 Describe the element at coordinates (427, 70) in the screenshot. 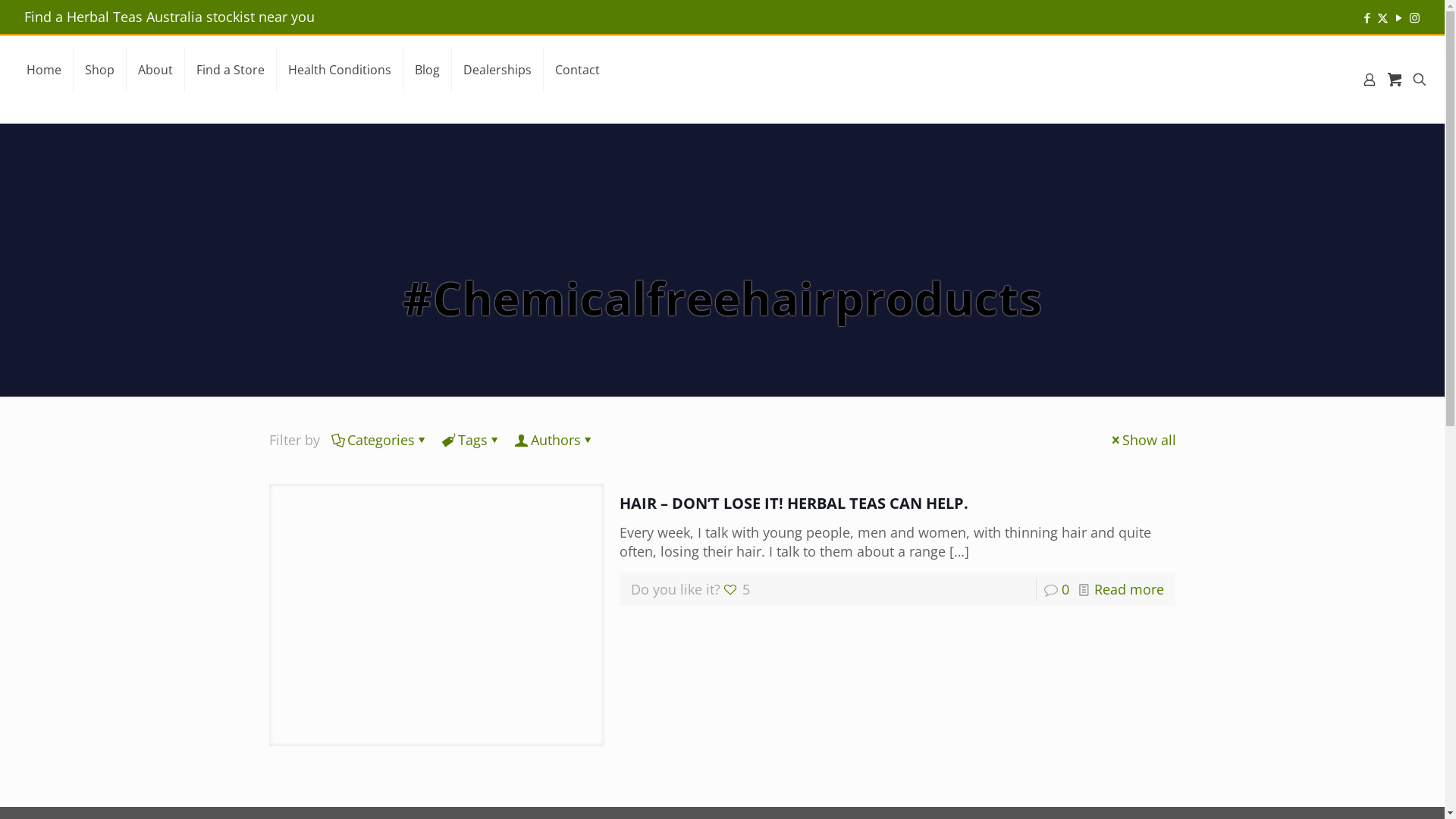

I see `'Blog'` at that location.